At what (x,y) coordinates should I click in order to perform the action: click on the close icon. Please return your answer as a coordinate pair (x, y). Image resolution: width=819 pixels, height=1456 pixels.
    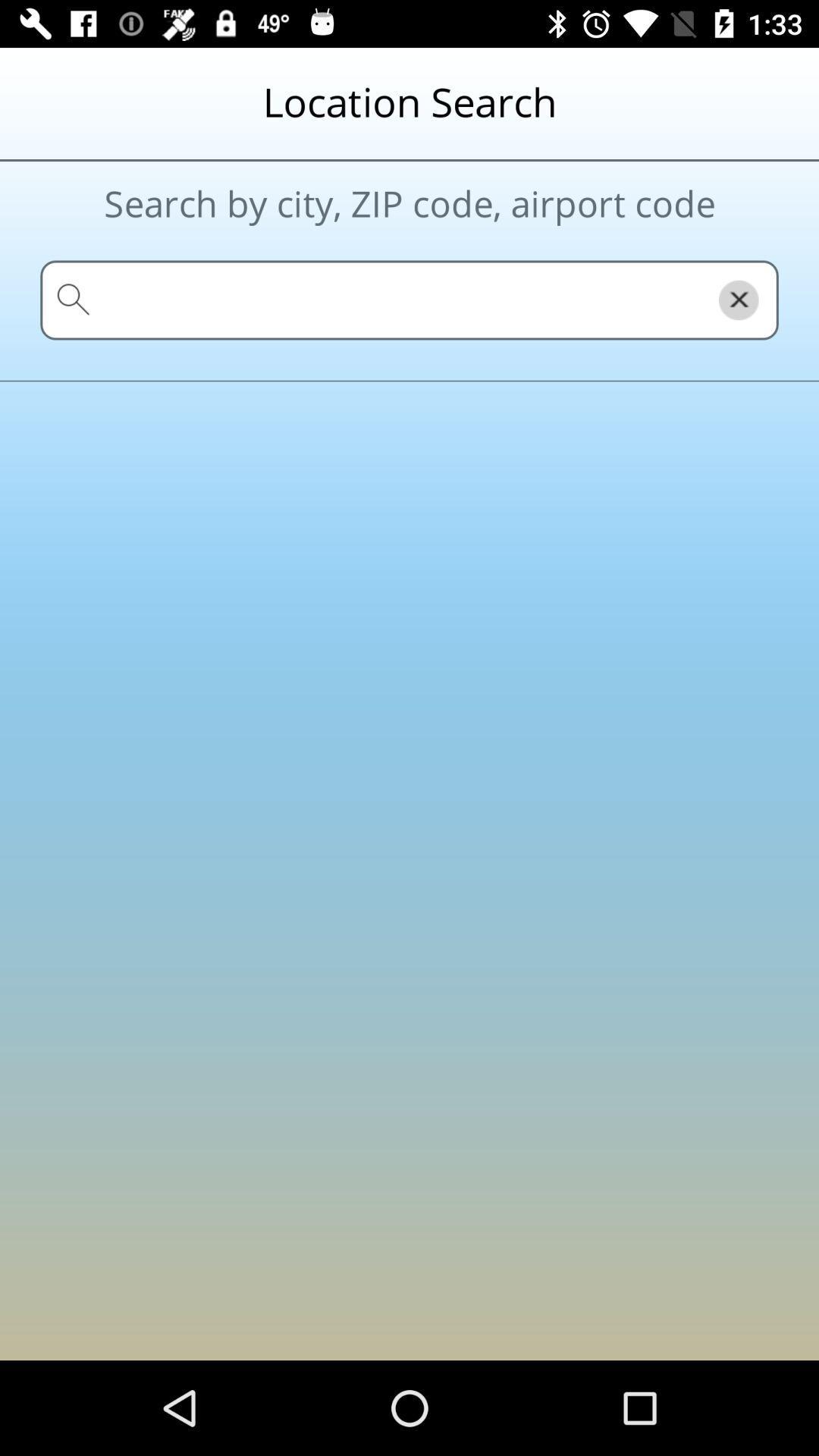
    Looking at the image, I should click on (738, 300).